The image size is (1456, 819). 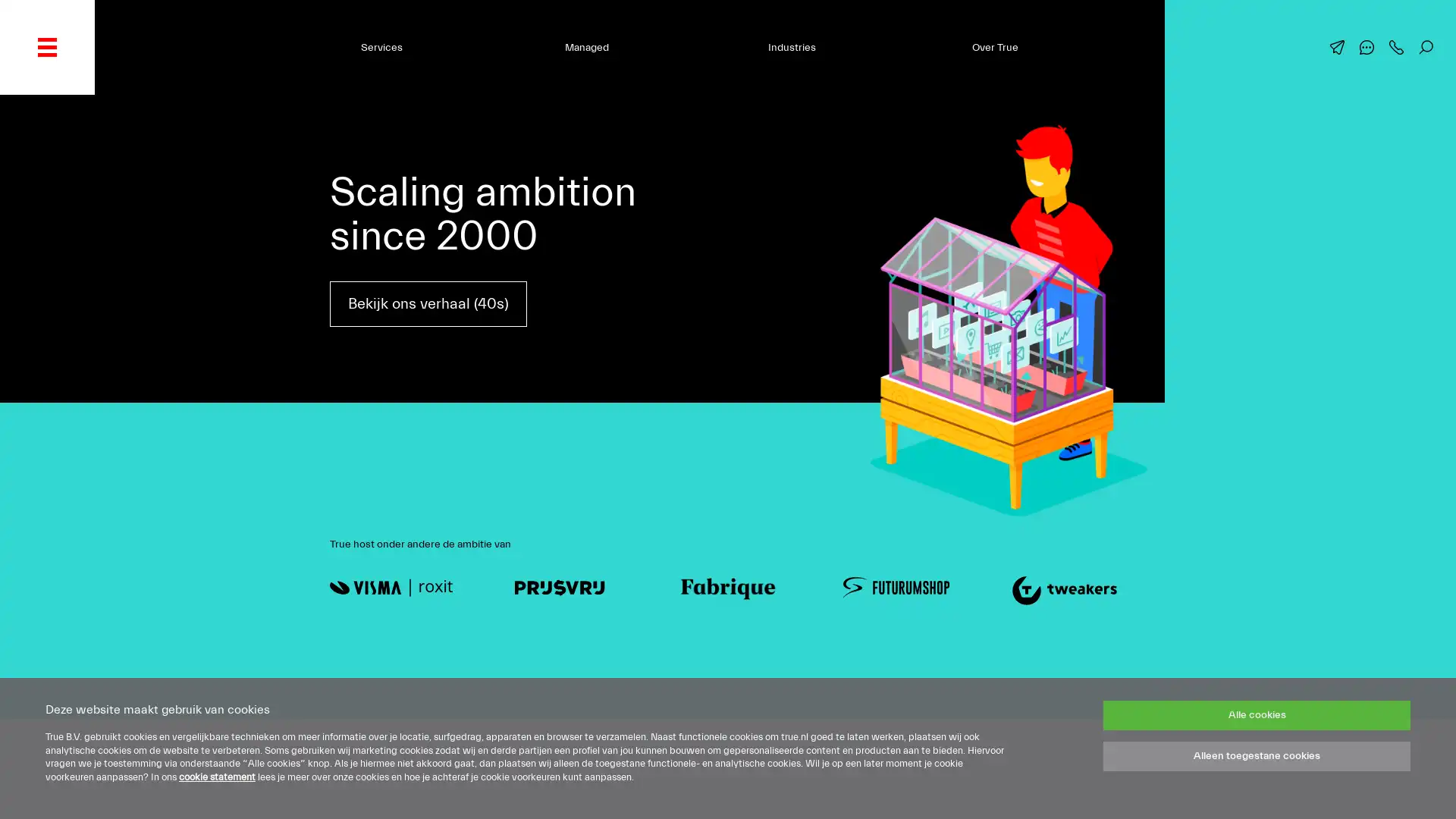 What do you see at coordinates (1374, 46) in the screenshot?
I see `Chat met ons` at bounding box center [1374, 46].